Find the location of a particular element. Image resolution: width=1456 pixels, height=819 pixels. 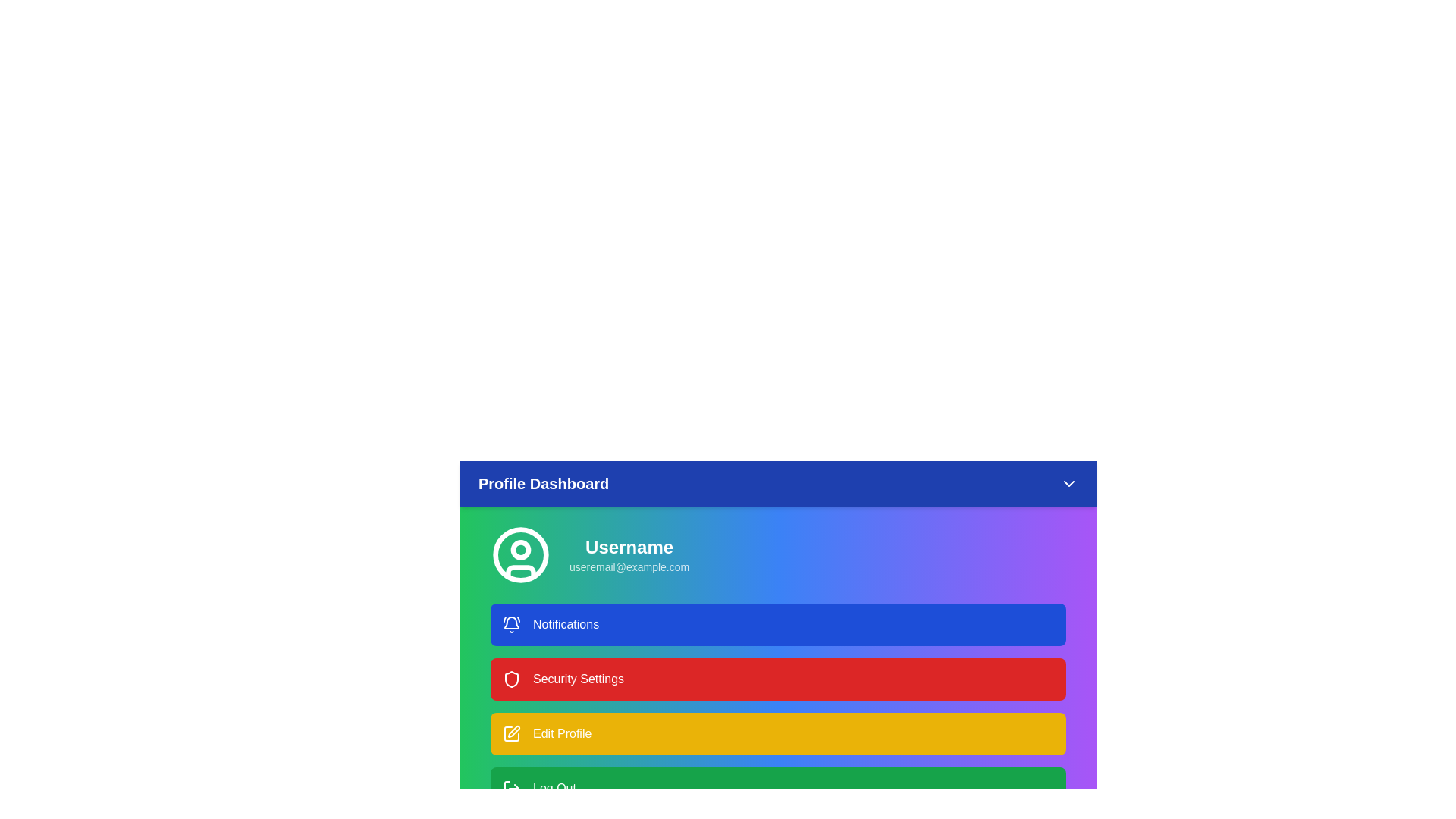

the 'Notifications' menu item is located at coordinates (778, 625).